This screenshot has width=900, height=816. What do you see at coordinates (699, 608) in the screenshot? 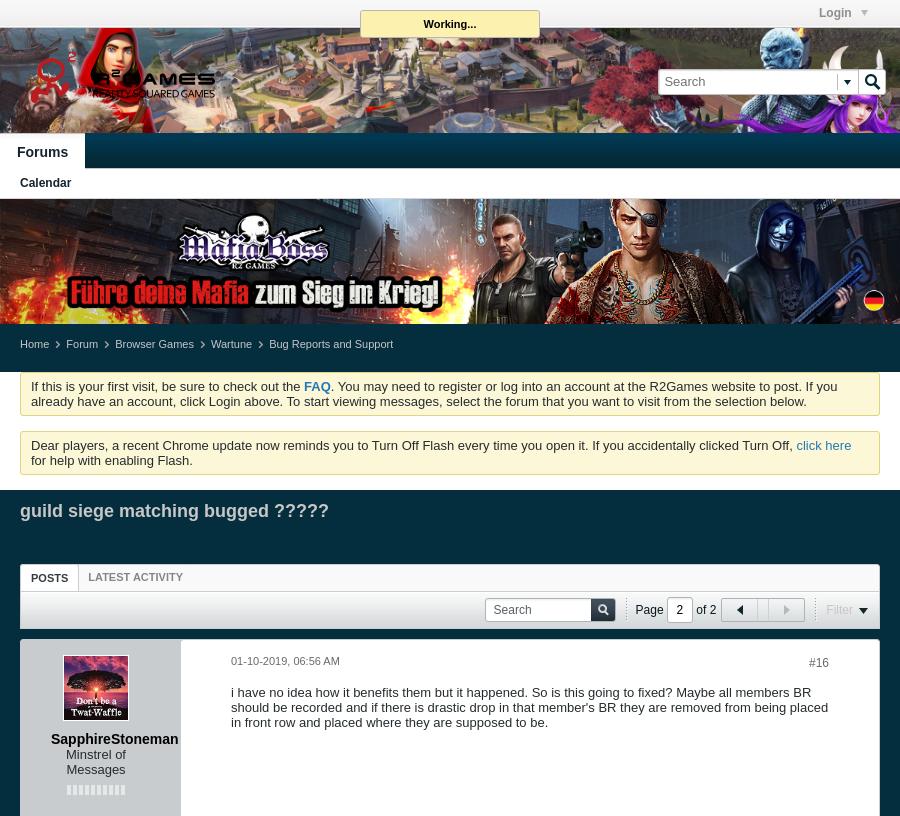
I see `'of'` at bounding box center [699, 608].